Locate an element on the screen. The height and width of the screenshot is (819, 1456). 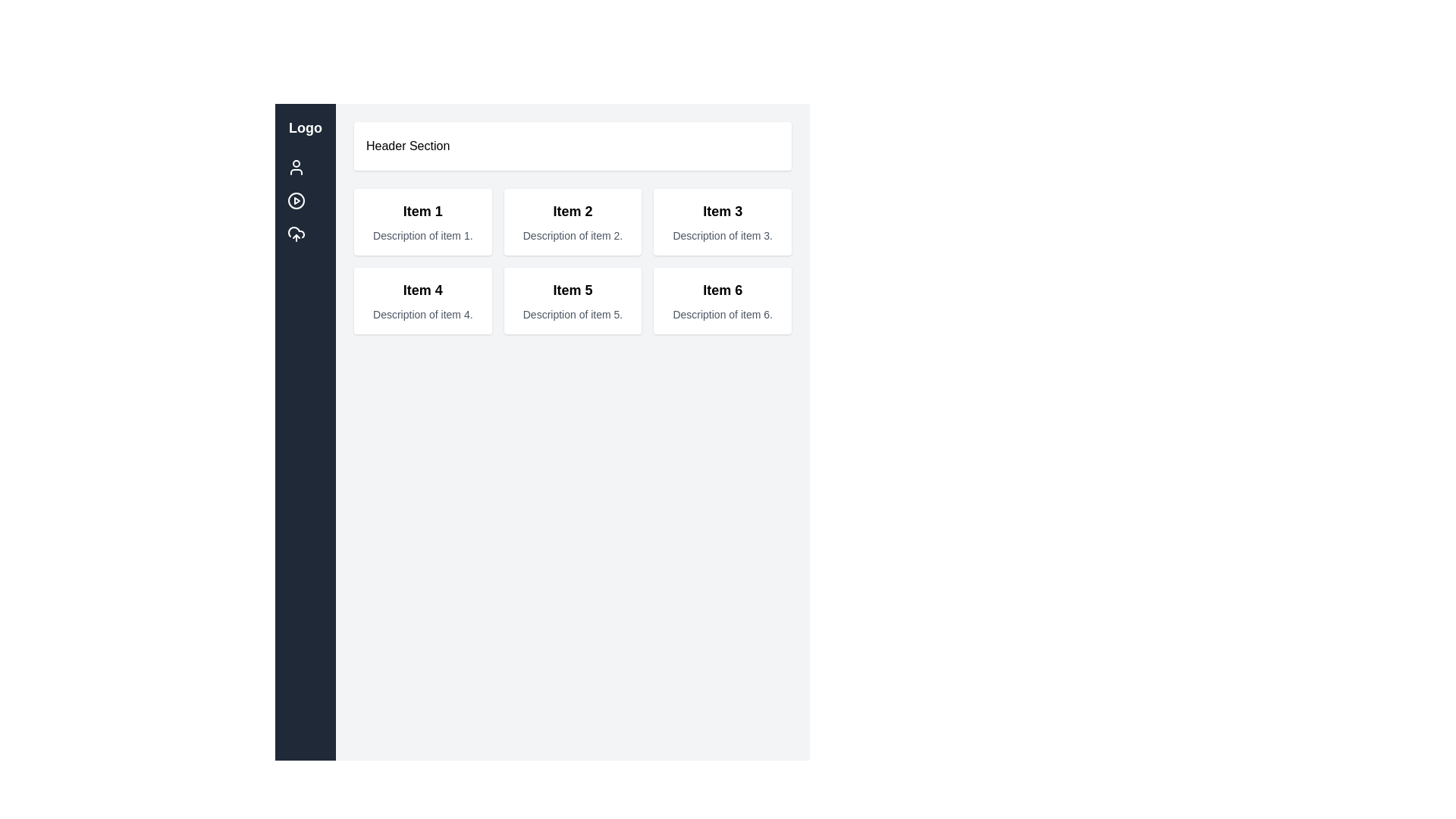
the navigation button located in the left sidebar, second position, used to initiate media playback, via keyboard navigation is located at coordinates (305, 200).